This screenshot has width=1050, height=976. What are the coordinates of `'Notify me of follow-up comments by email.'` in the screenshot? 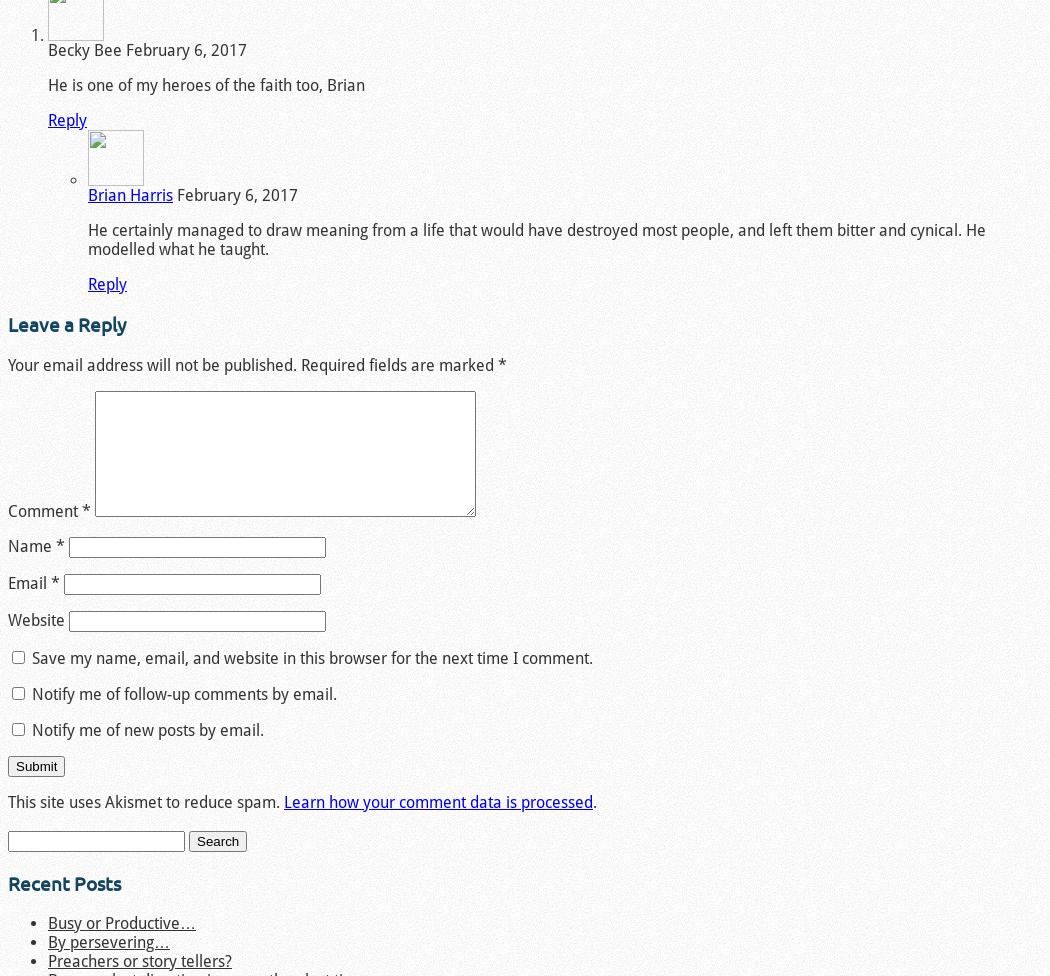 It's located at (184, 693).